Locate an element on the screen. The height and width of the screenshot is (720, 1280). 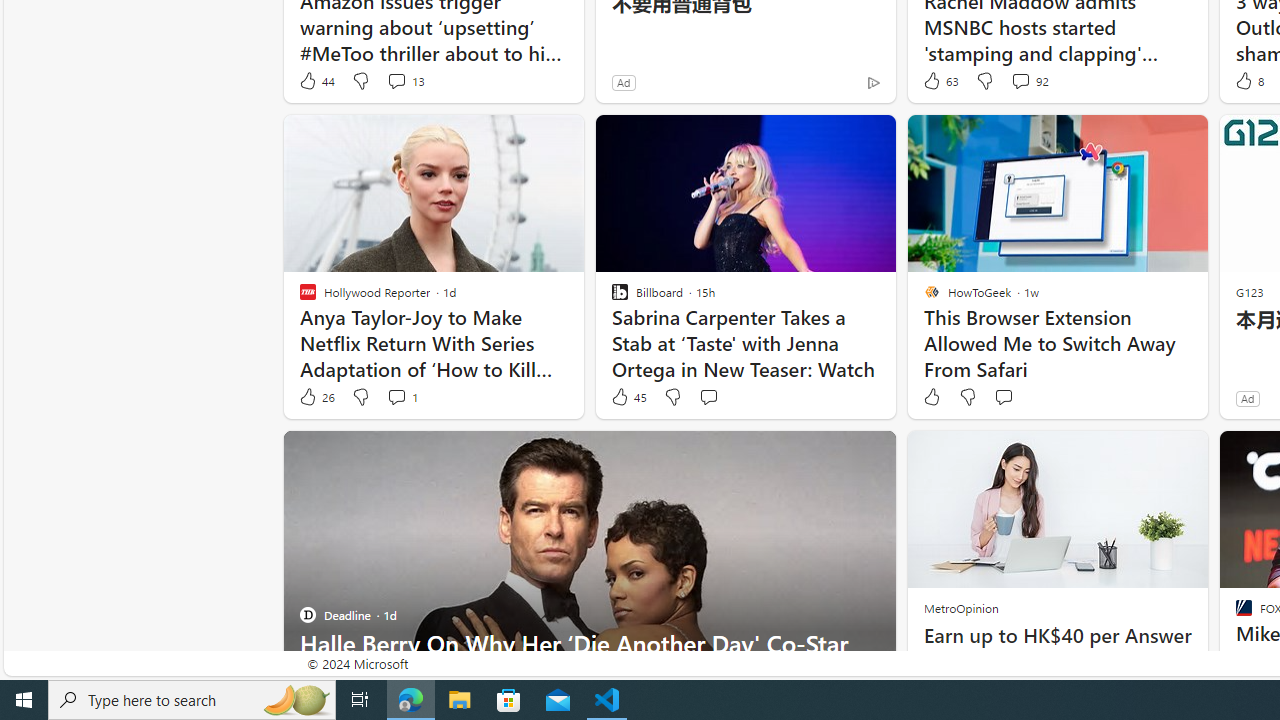
'45 Like' is located at coordinates (627, 397).